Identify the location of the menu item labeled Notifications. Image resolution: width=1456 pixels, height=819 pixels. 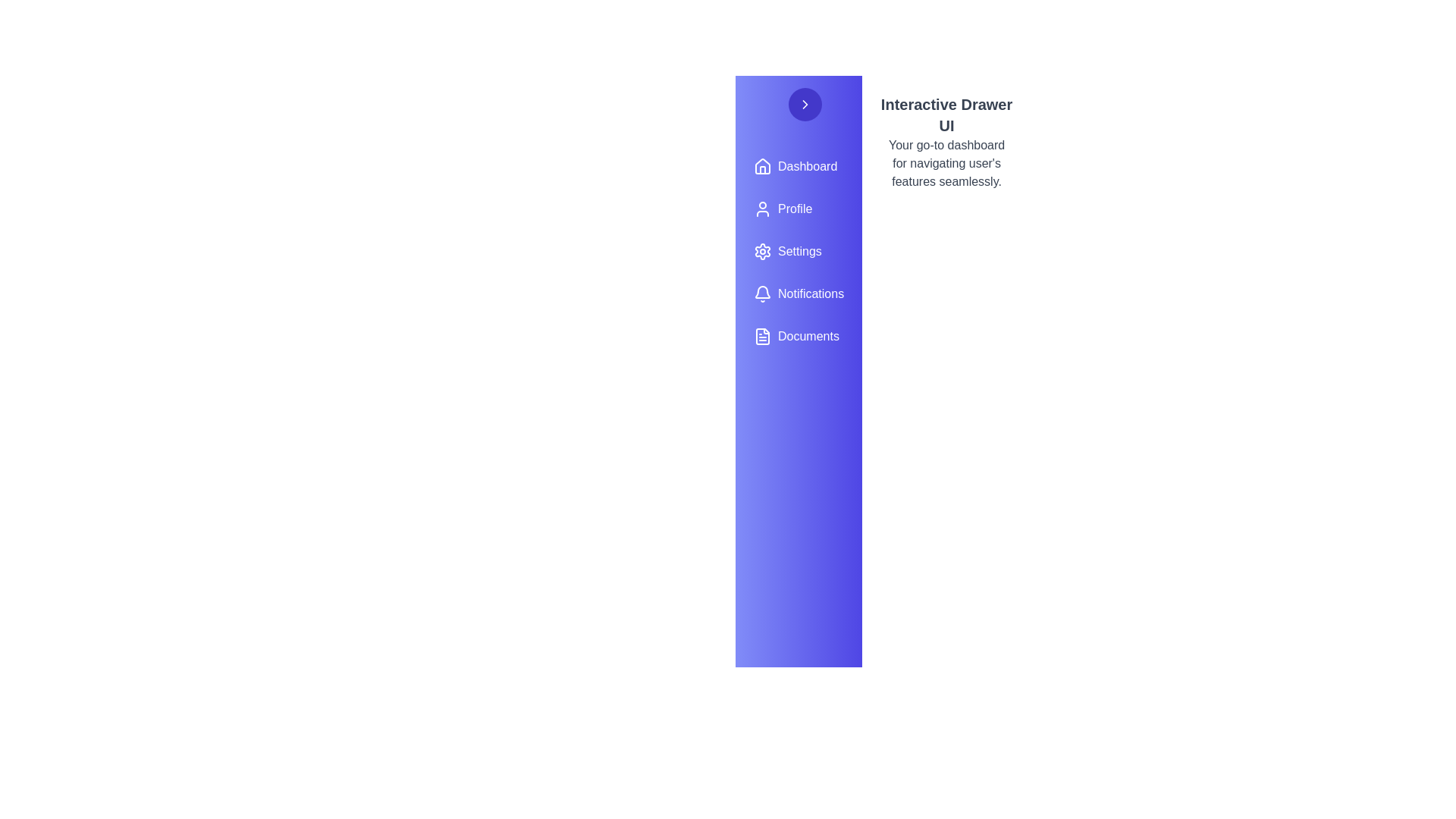
(798, 294).